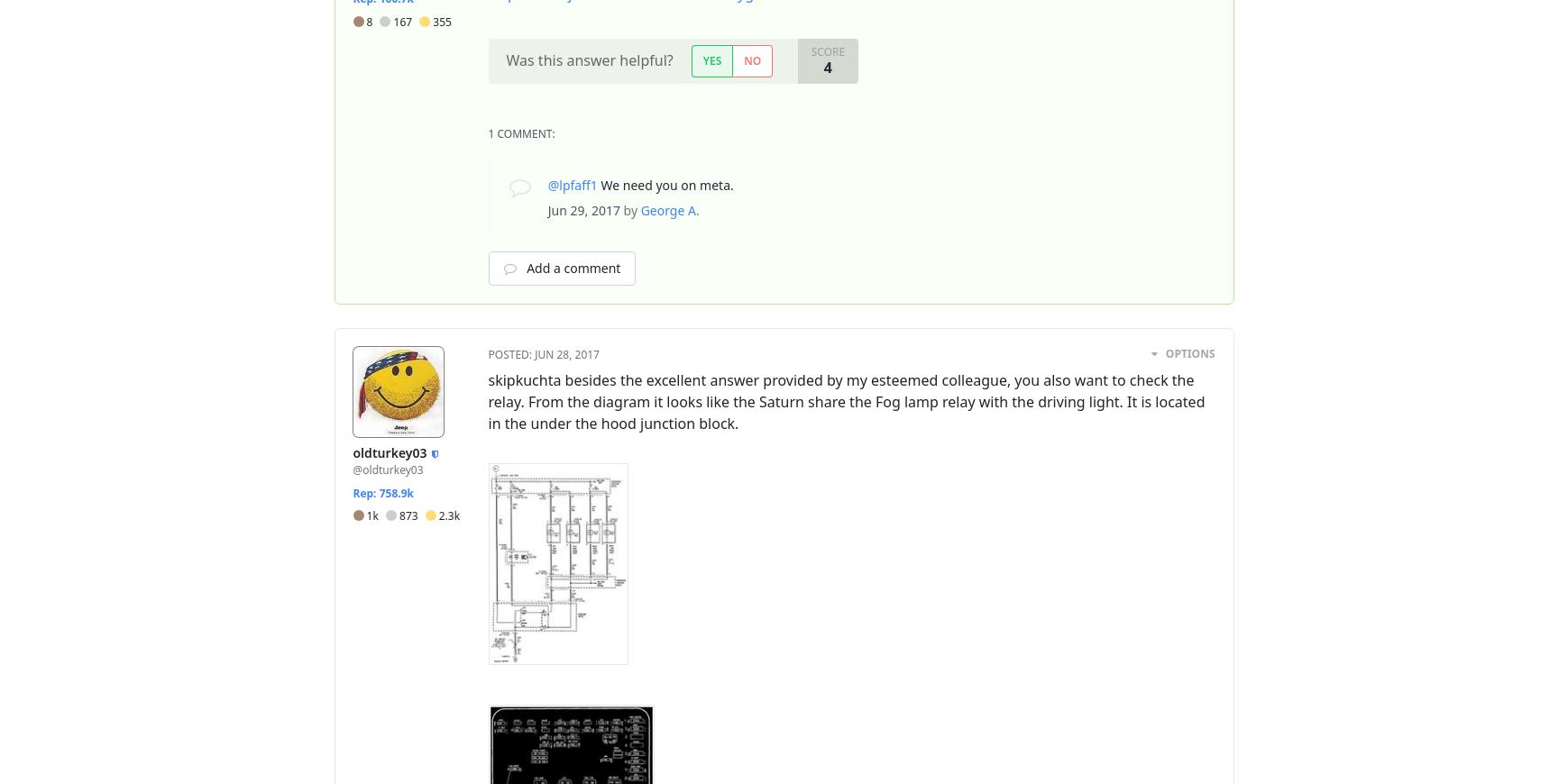  What do you see at coordinates (440, 20) in the screenshot?
I see `'355'` at bounding box center [440, 20].